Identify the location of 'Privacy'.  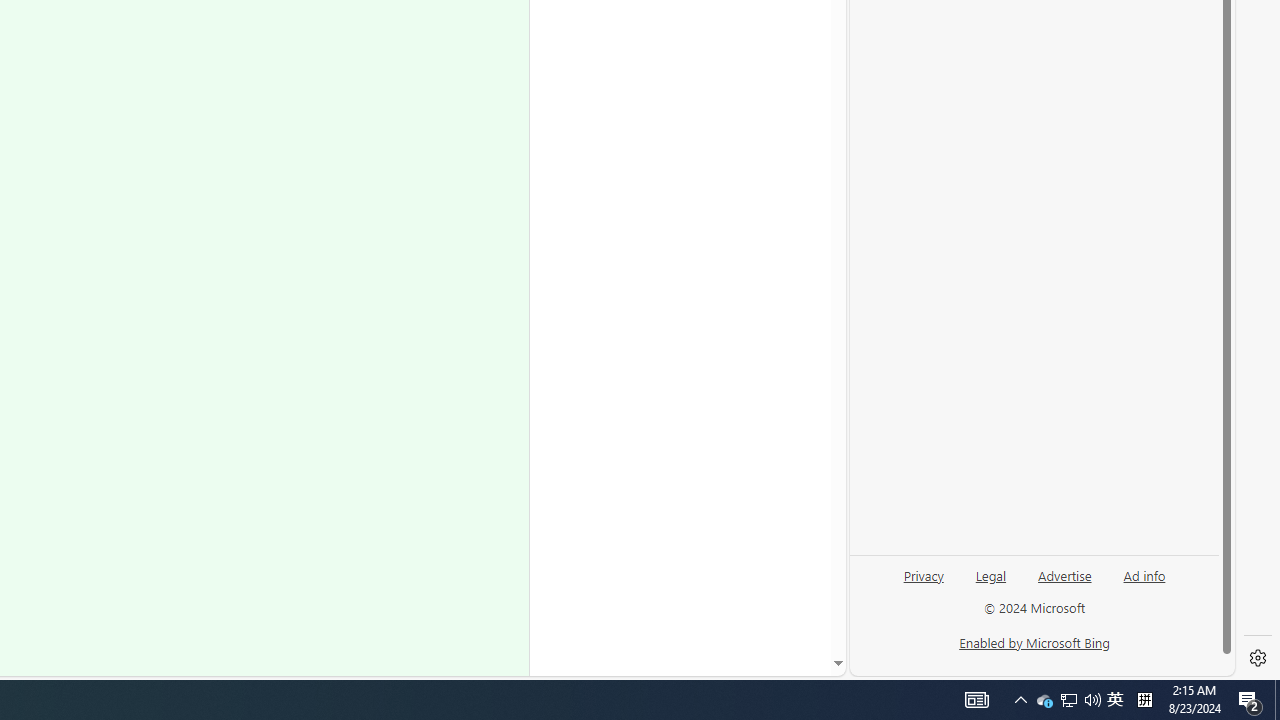
(922, 574).